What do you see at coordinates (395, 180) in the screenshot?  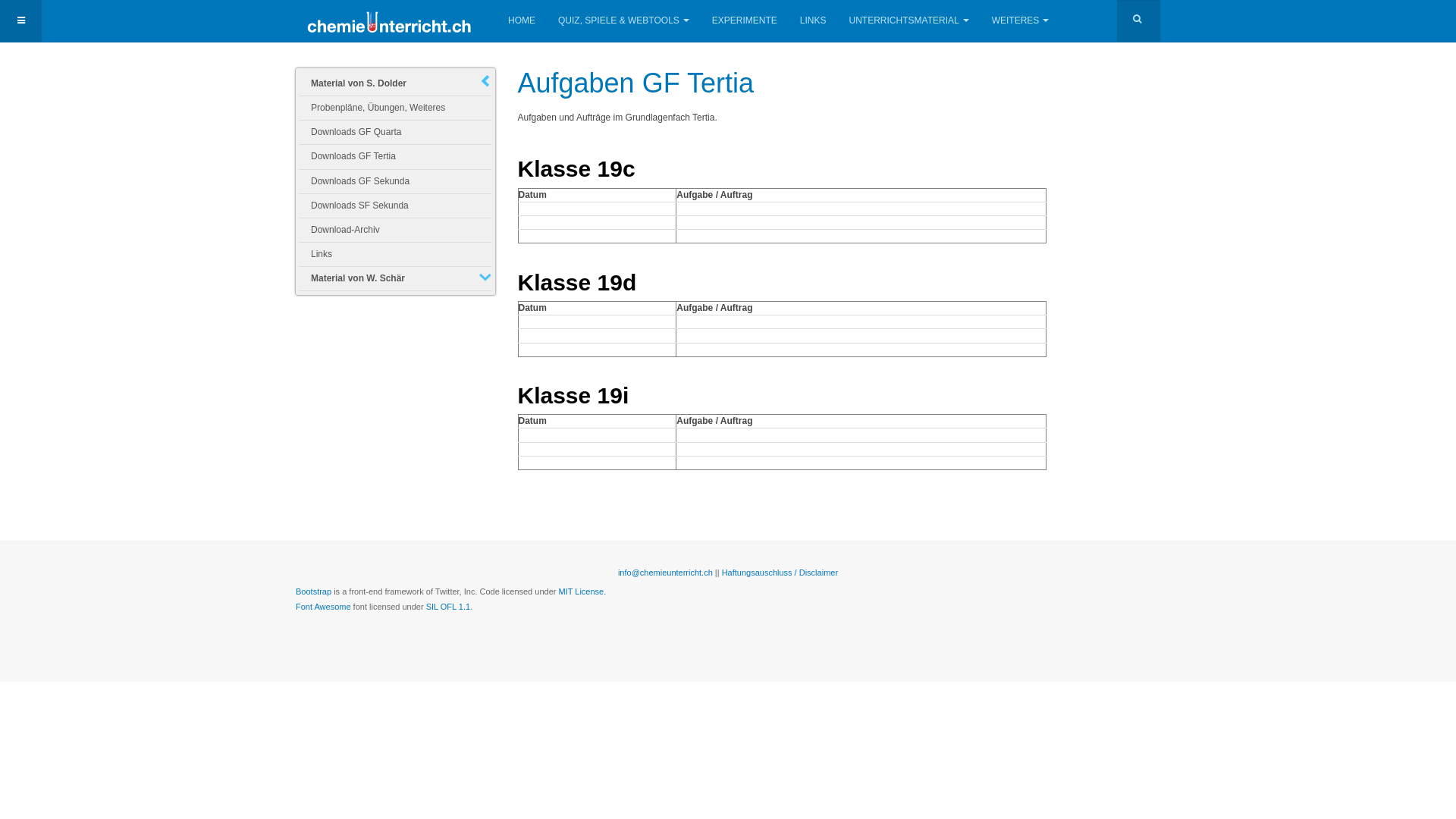 I see `'Downloads GF Sekunda'` at bounding box center [395, 180].